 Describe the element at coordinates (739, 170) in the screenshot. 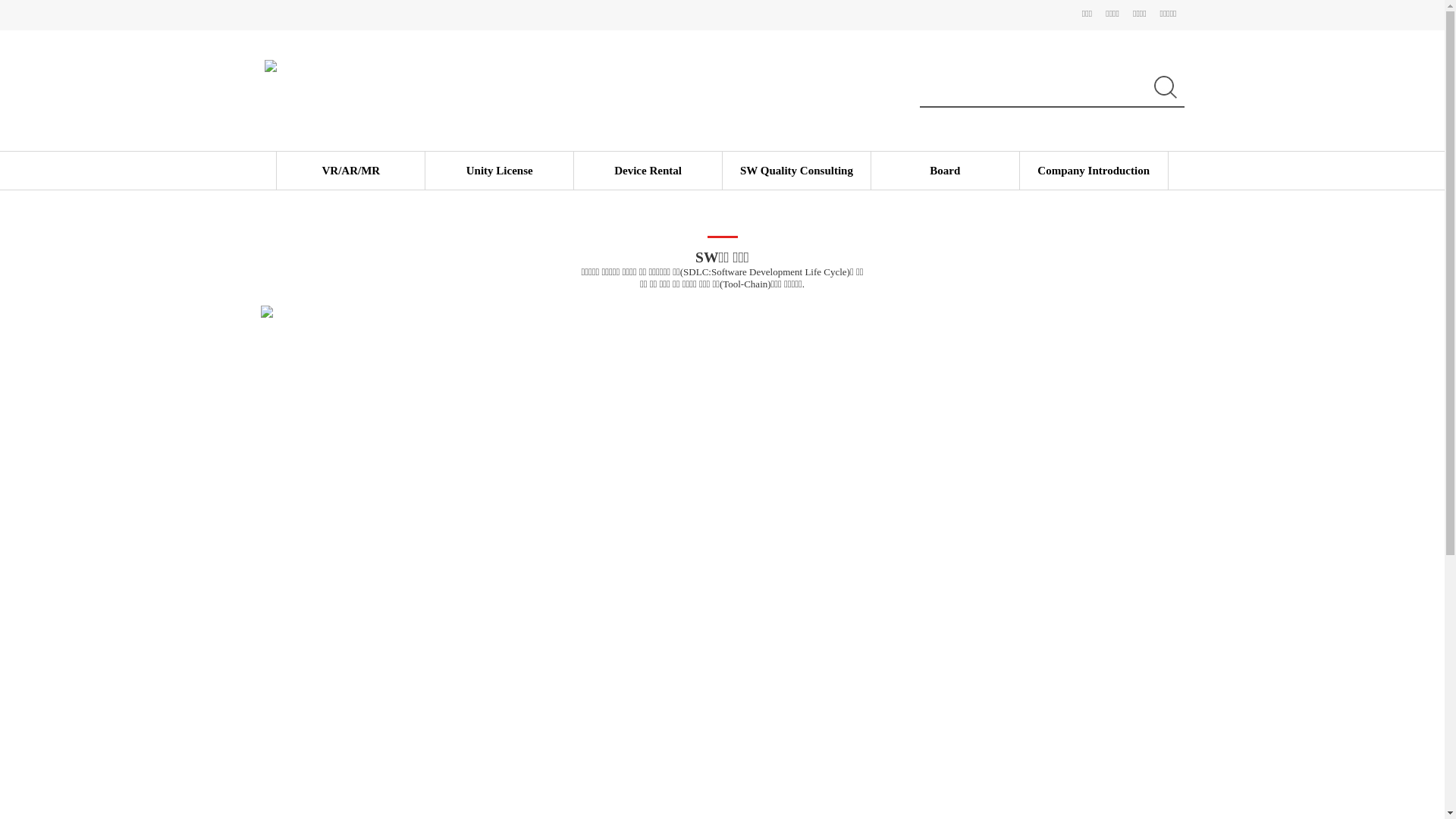

I see `'SW Quality Consulting'` at that location.